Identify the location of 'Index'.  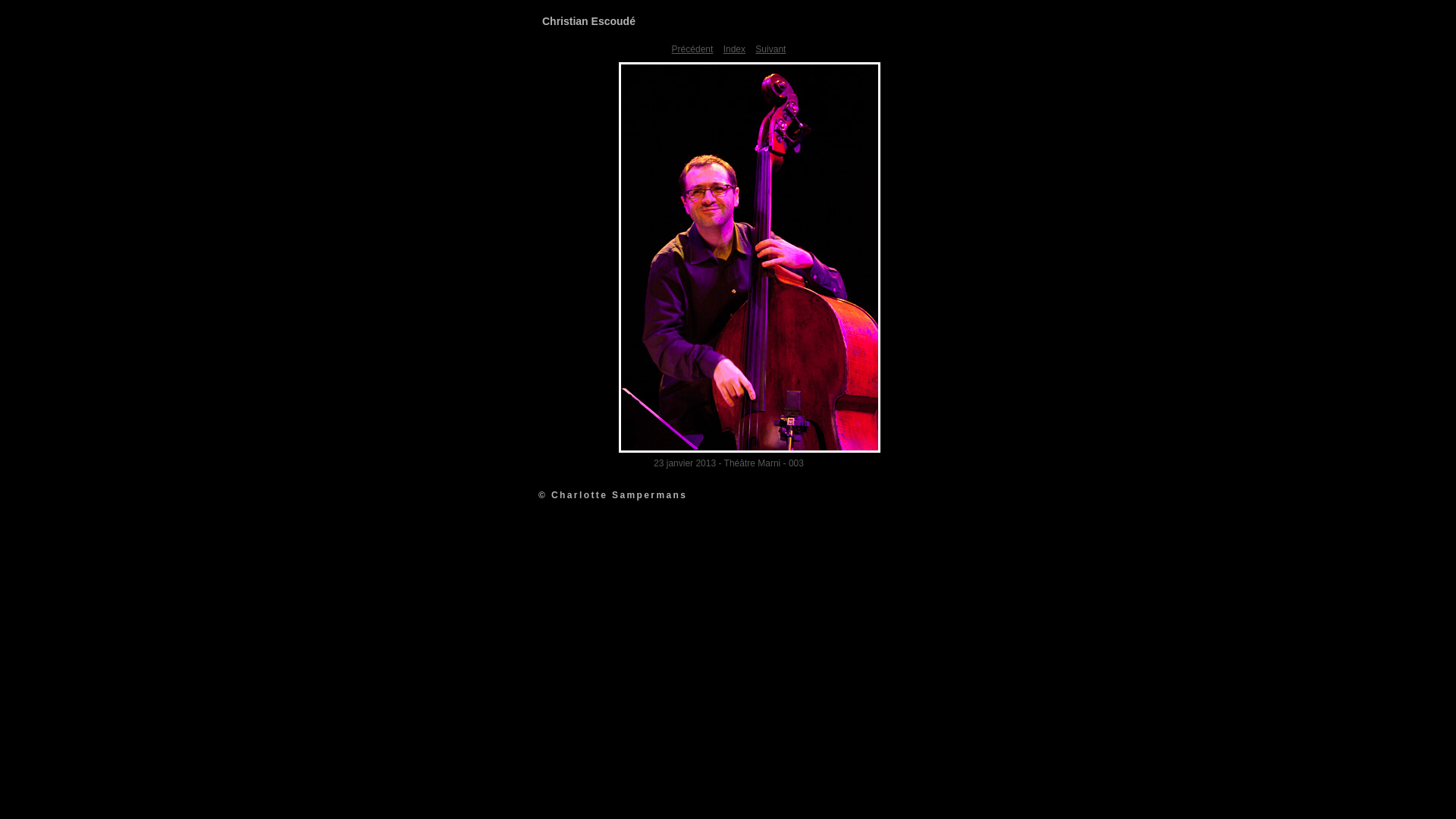
(734, 49).